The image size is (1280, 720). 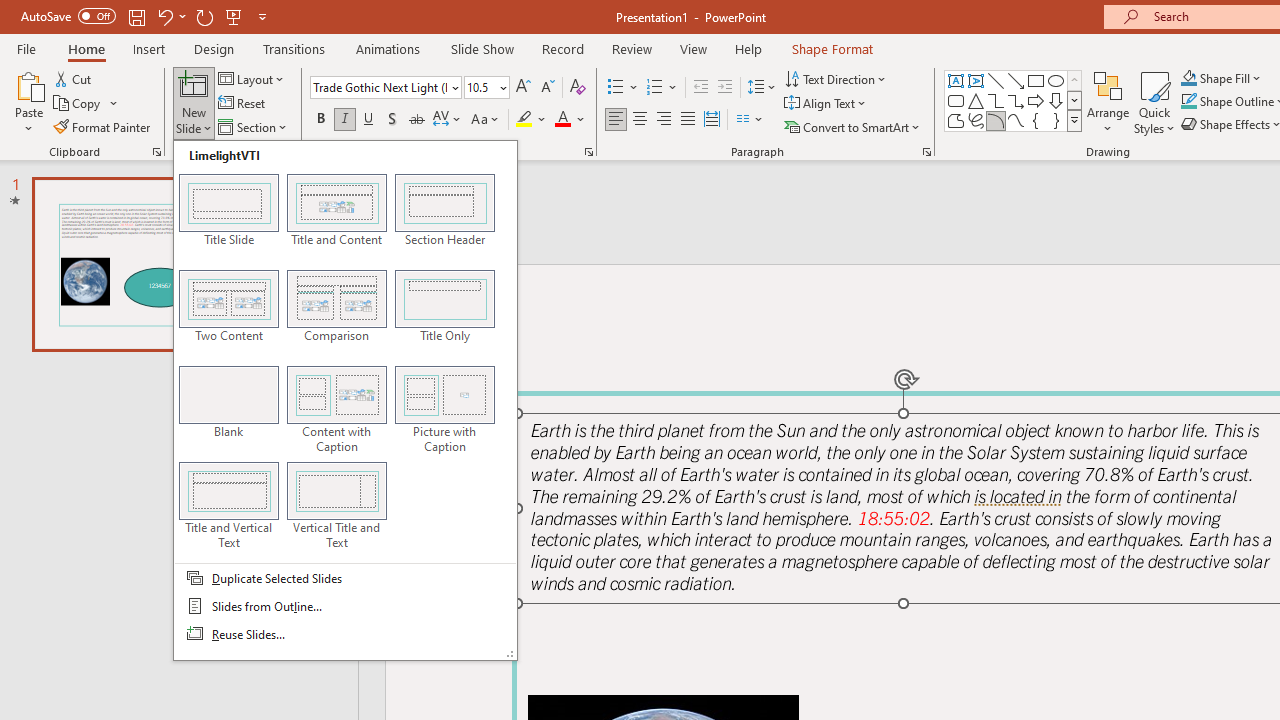 I want to click on 'Shape Outline Teal, Accent 1', so click(x=1189, y=101).